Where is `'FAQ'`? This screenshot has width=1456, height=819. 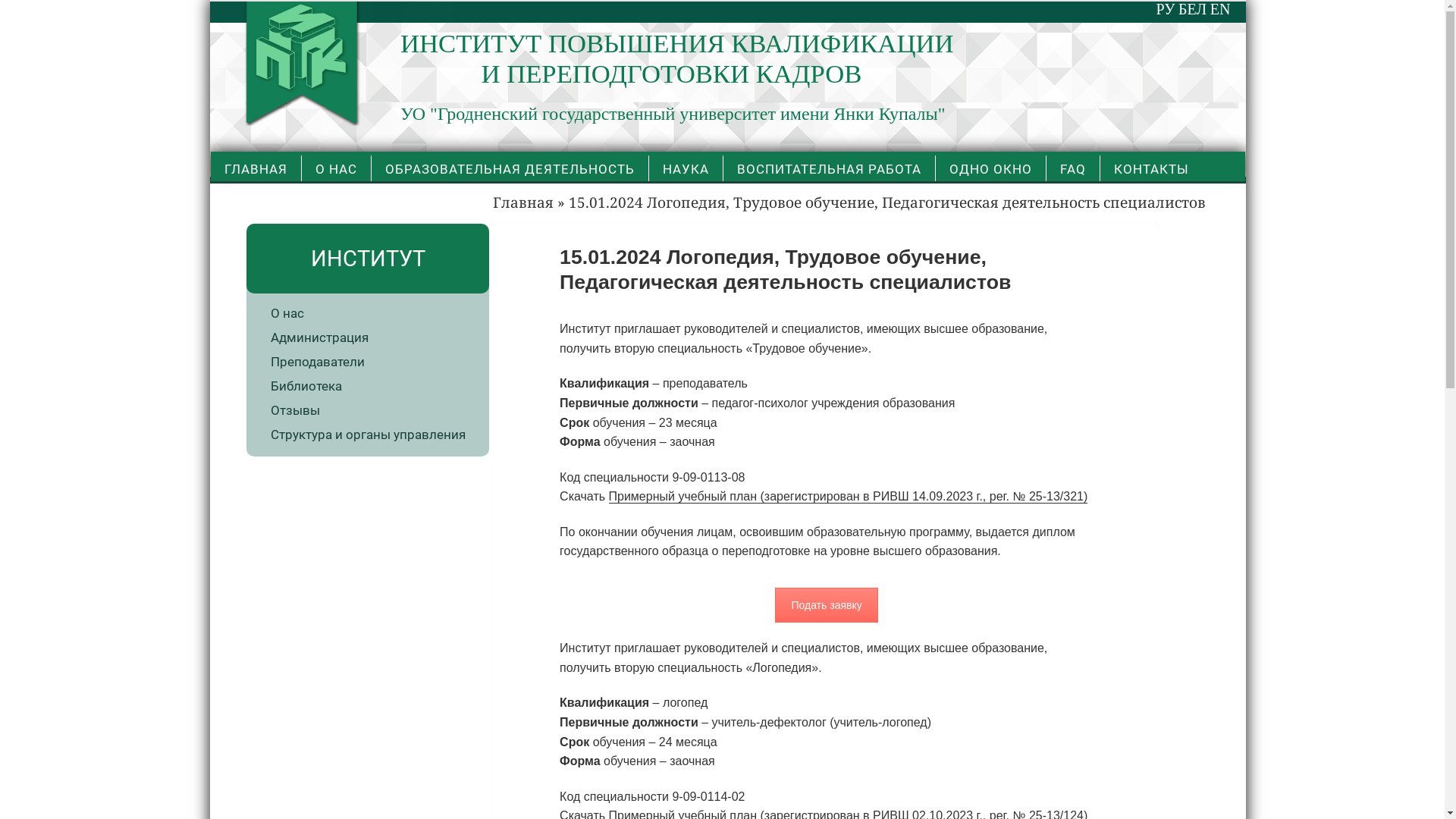
'FAQ' is located at coordinates (1072, 168).